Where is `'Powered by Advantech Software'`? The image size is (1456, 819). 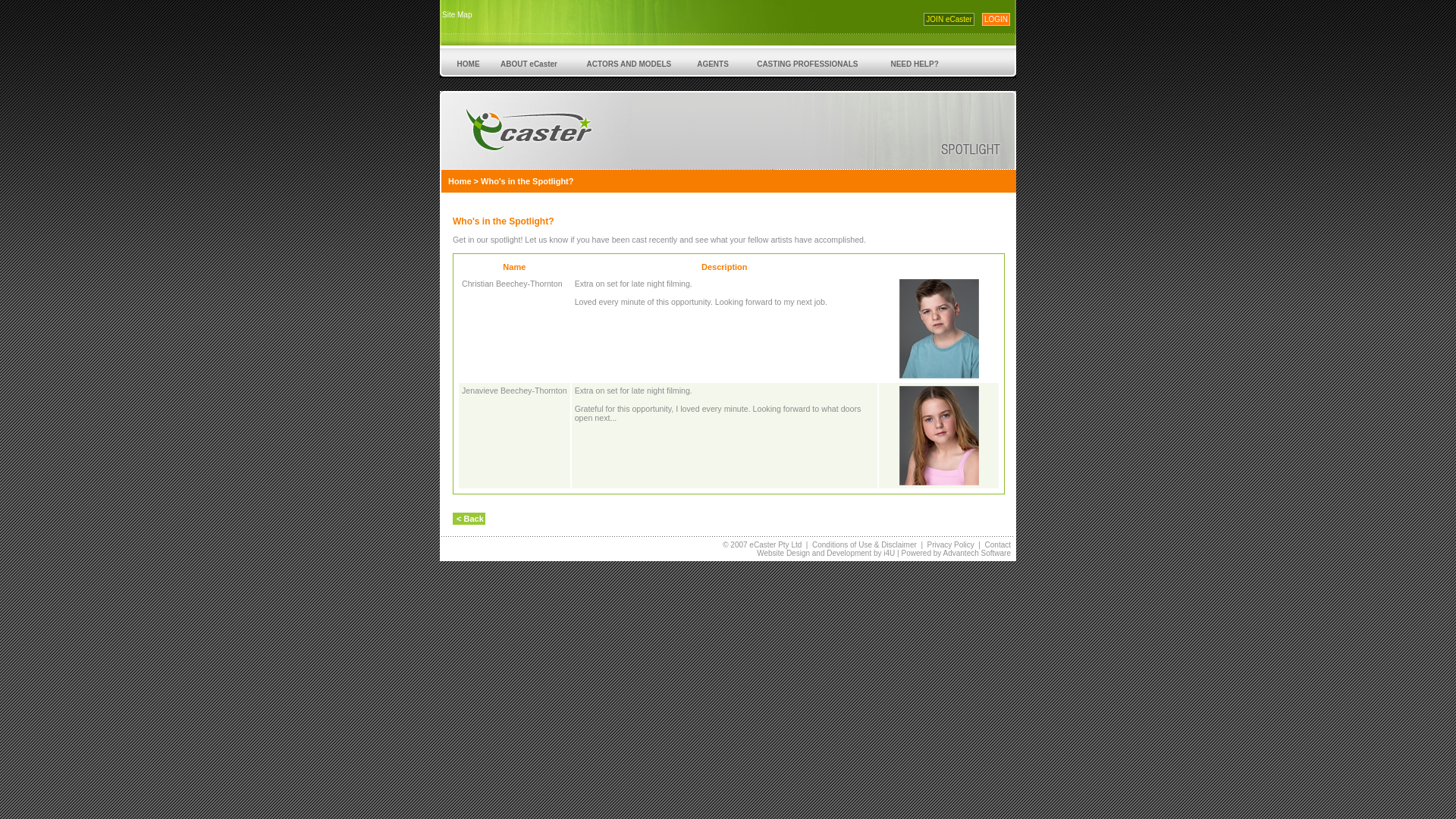
'Powered by Advantech Software' is located at coordinates (955, 553).